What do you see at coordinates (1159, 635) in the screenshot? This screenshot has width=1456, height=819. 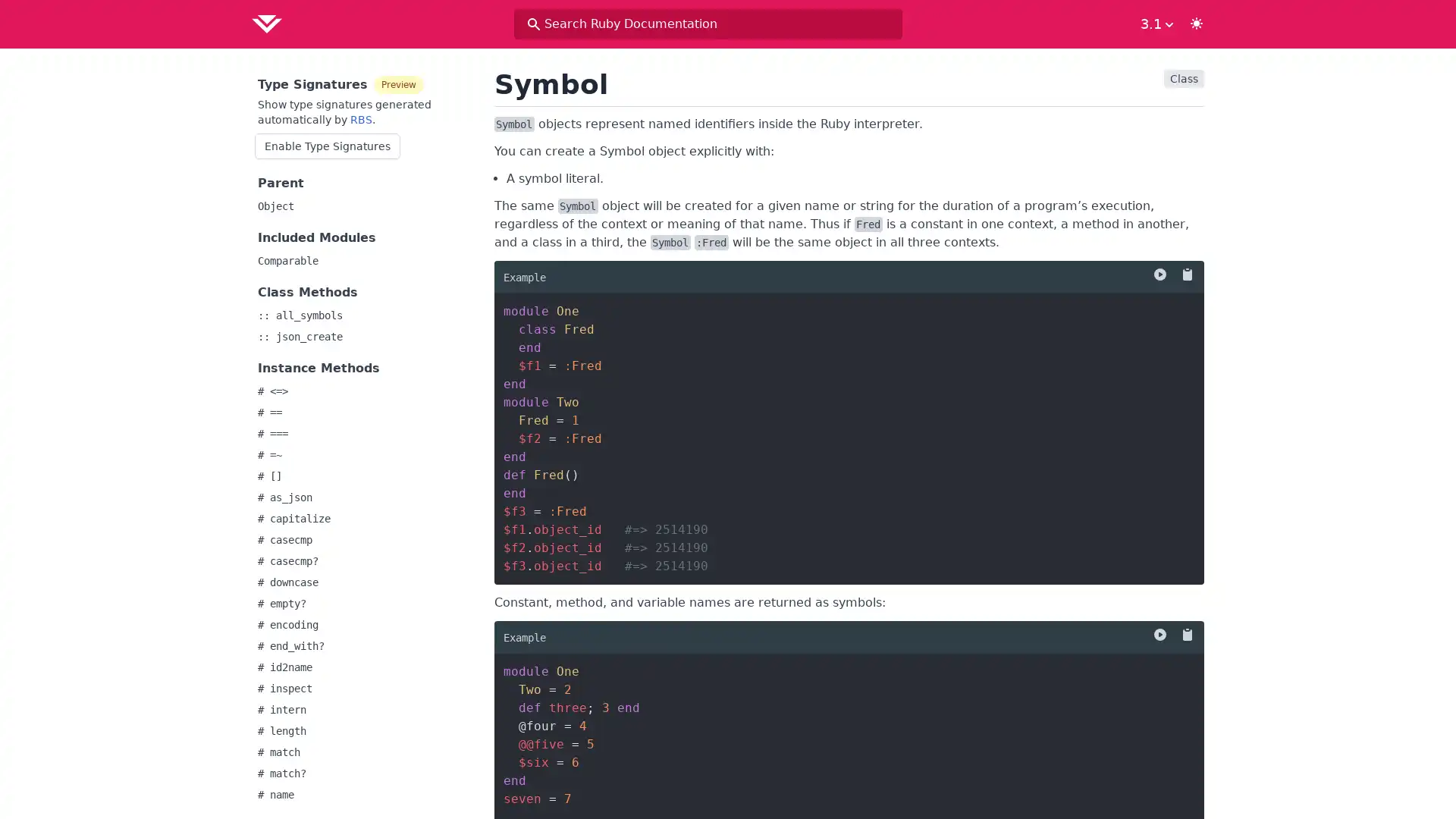 I see `Run code` at bounding box center [1159, 635].